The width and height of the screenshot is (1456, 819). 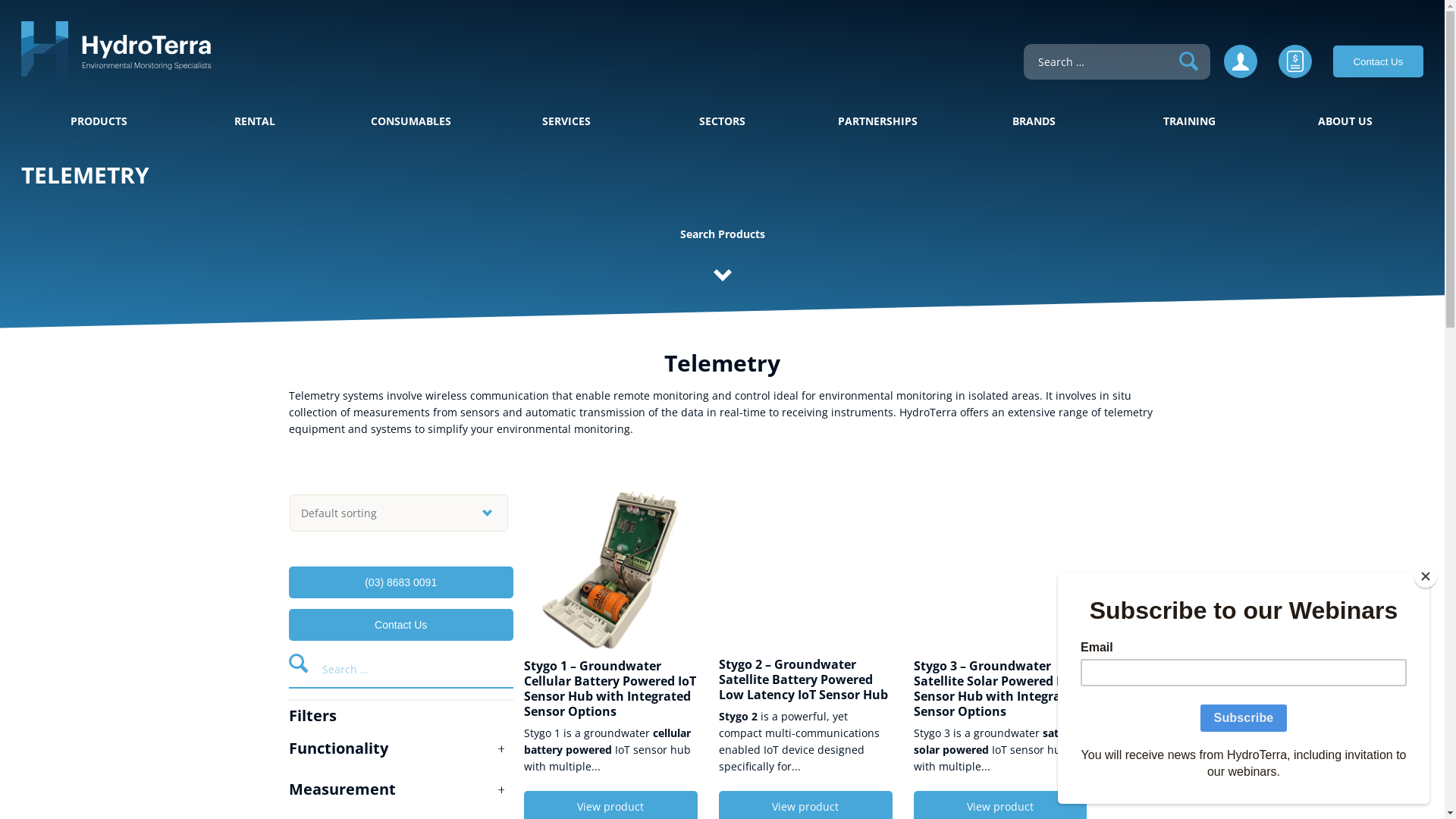 I want to click on 'BRANDS', so click(x=1033, y=120).